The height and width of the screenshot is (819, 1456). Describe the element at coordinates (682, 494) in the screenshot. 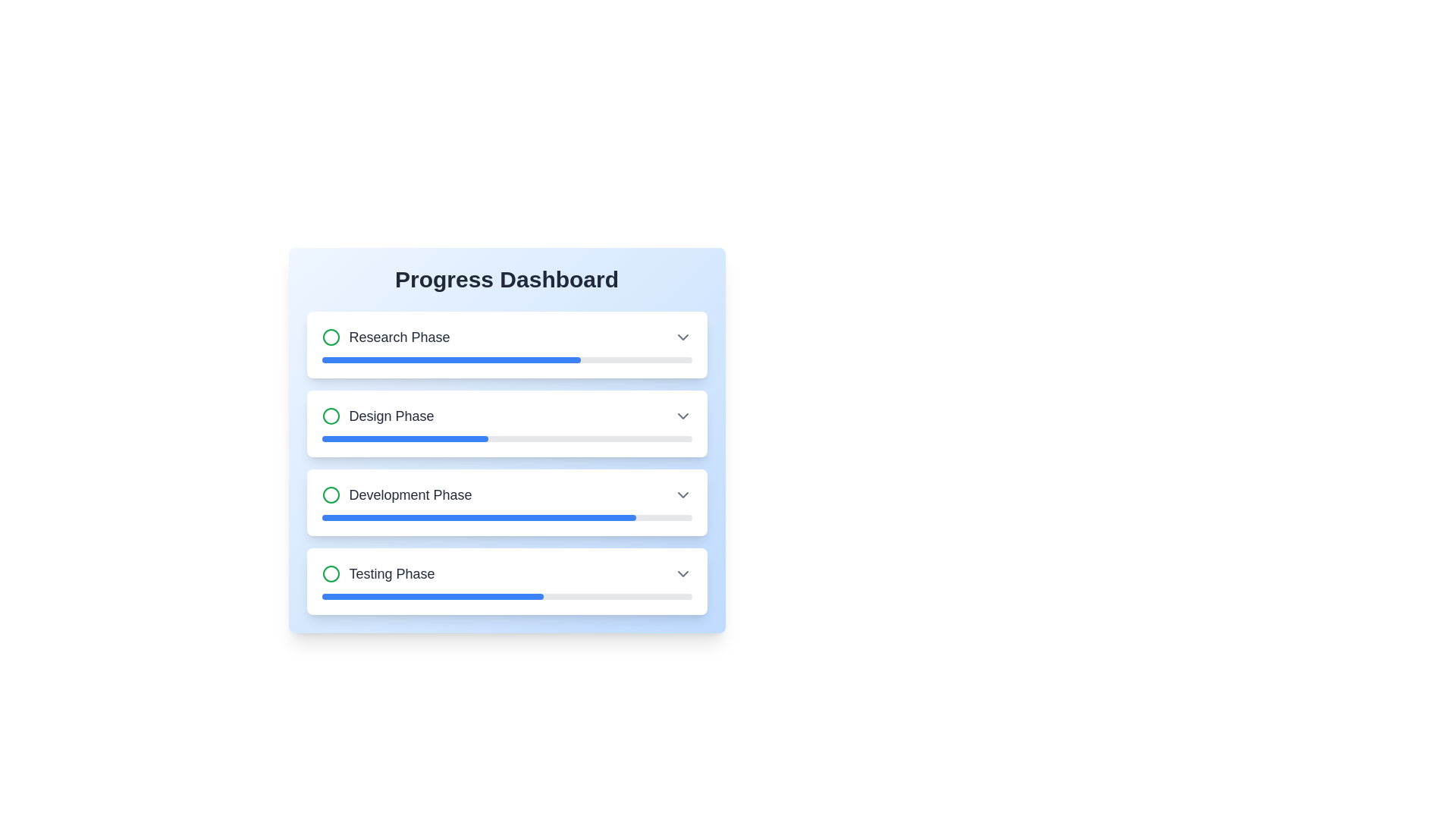

I see `the downward-facing chevron icon of the Dropdown toggle button located at the far right of the 'Development Phase' section header to trigger stylistic changes` at that location.